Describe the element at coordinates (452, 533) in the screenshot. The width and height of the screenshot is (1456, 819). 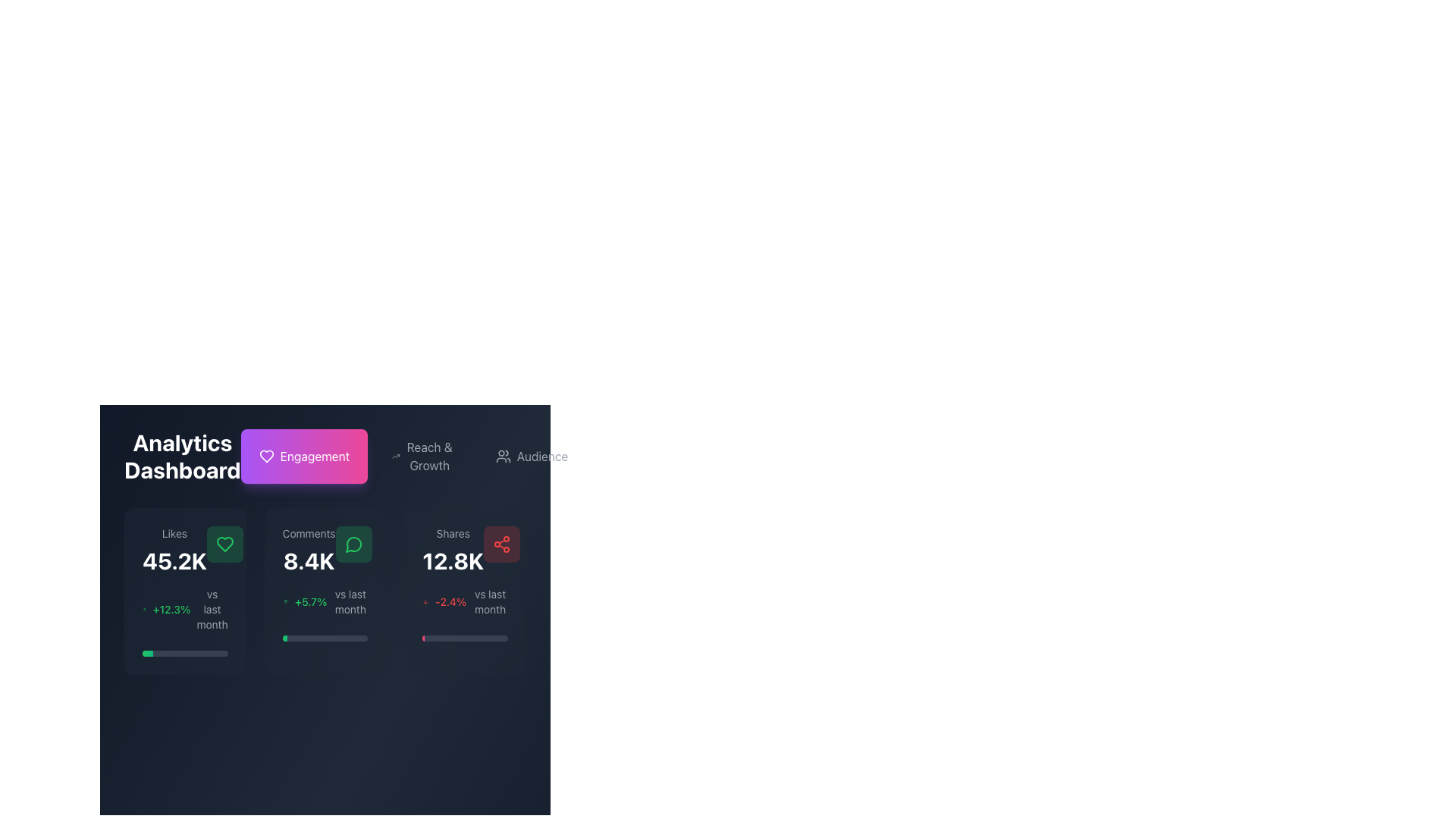
I see `the label that describes the metric displayed below it in the analytics dashboard, positioned above the bold number '12.8K' representing 'Shares' in the third analytics card from the left` at that location.